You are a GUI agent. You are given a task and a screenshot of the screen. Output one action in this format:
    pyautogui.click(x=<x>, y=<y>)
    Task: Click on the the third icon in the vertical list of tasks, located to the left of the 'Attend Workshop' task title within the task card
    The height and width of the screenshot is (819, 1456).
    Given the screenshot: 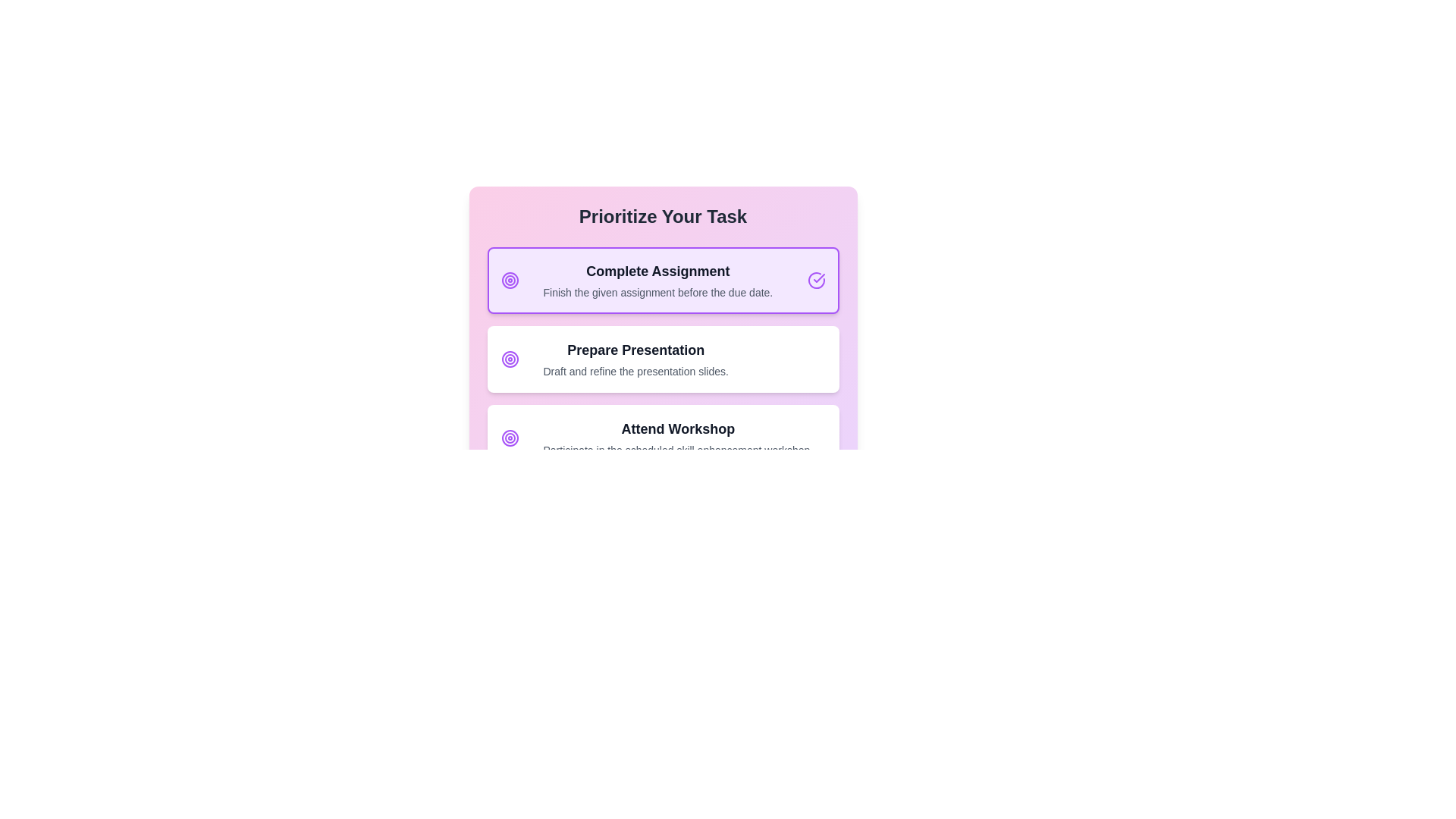 What is the action you would take?
    pyautogui.click(x=510, y=438)
    